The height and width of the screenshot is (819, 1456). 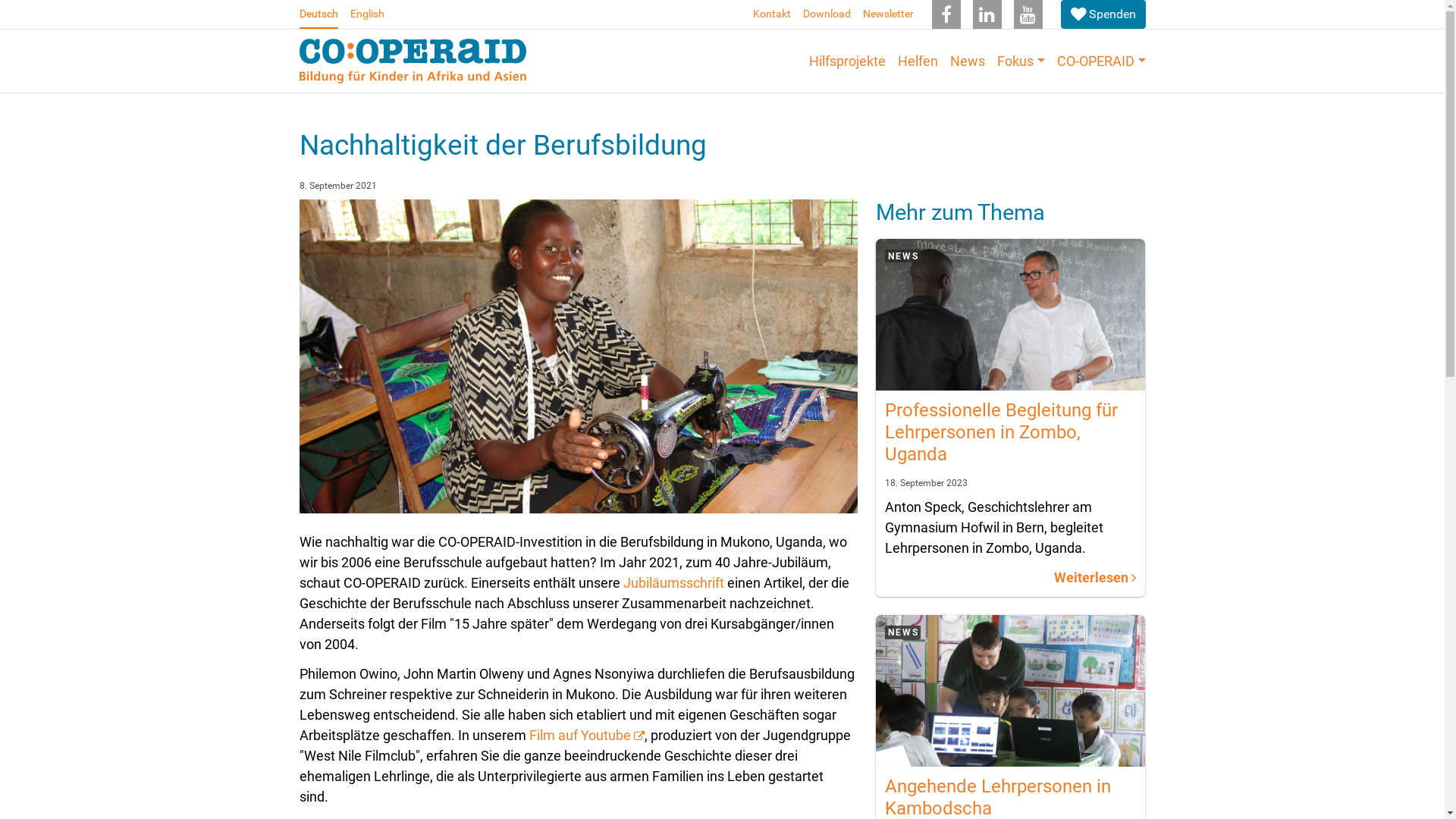 What do you see at coordinates (771, 14) in the screenshot?
I see `'Kontakt'` at bounding box center [771, 14].